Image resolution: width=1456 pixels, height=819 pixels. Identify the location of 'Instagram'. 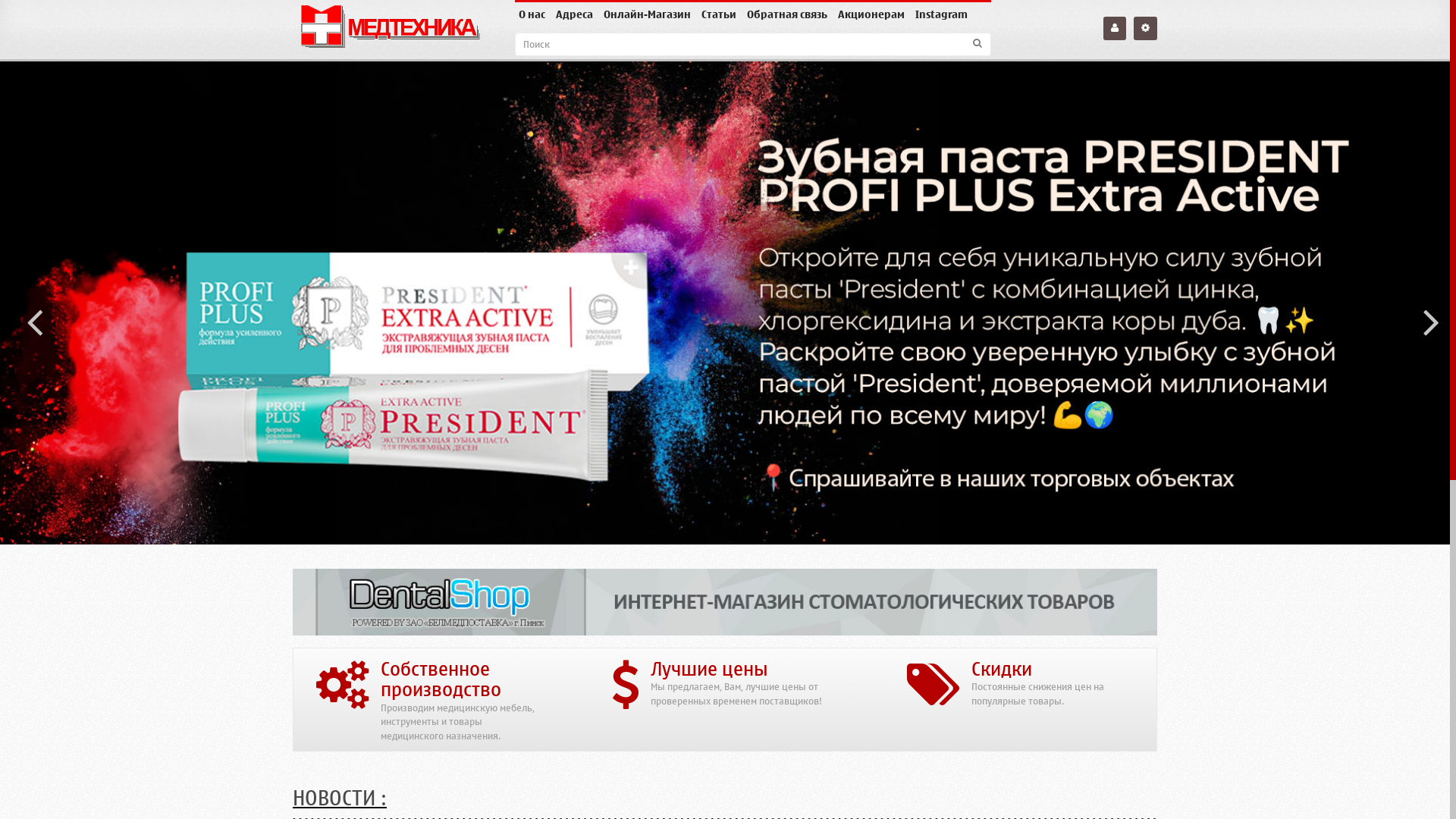
(910, 14).